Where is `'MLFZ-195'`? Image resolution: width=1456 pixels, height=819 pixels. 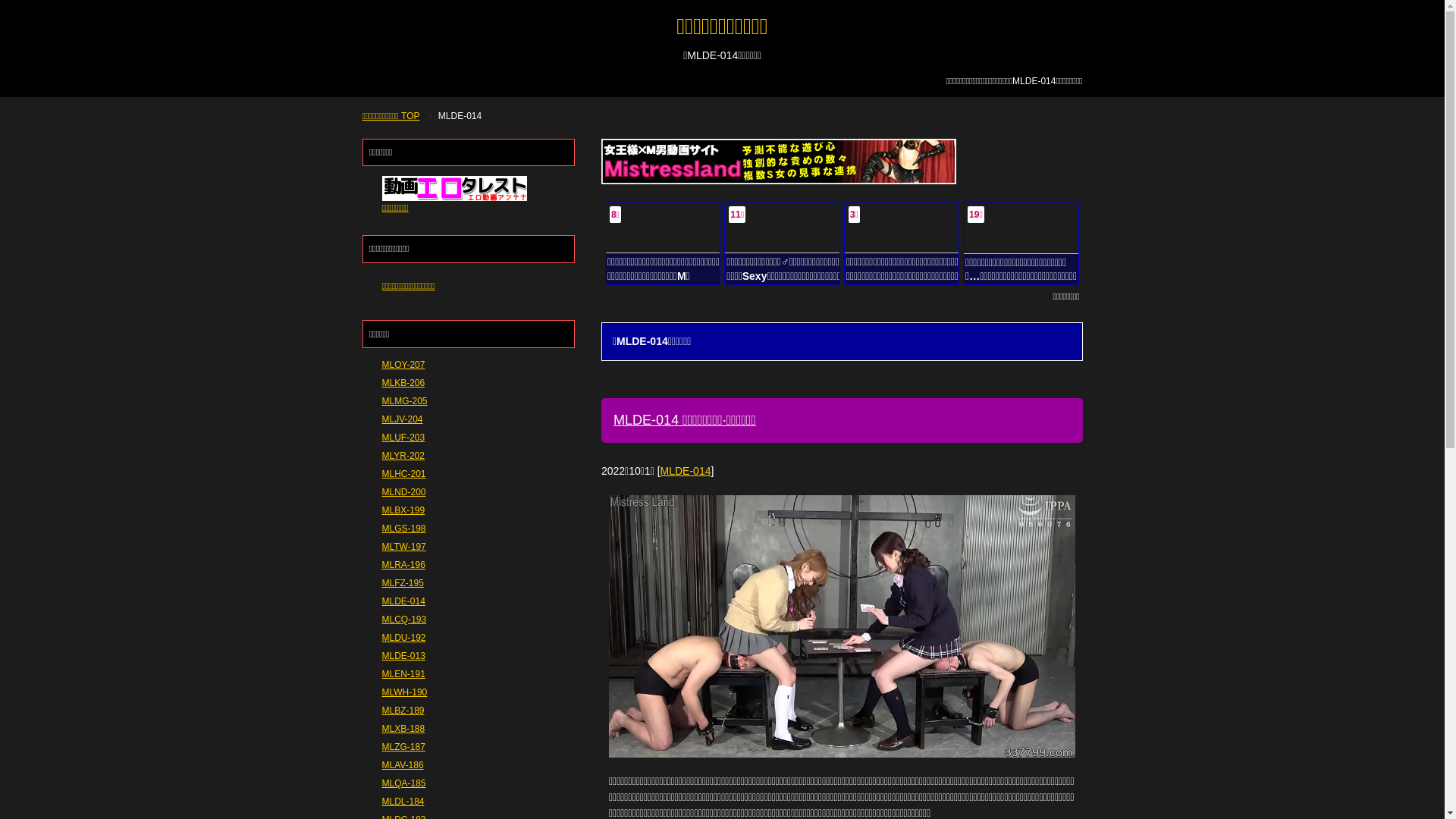 'MLFZ-195' is located at coordinates (403, 582).